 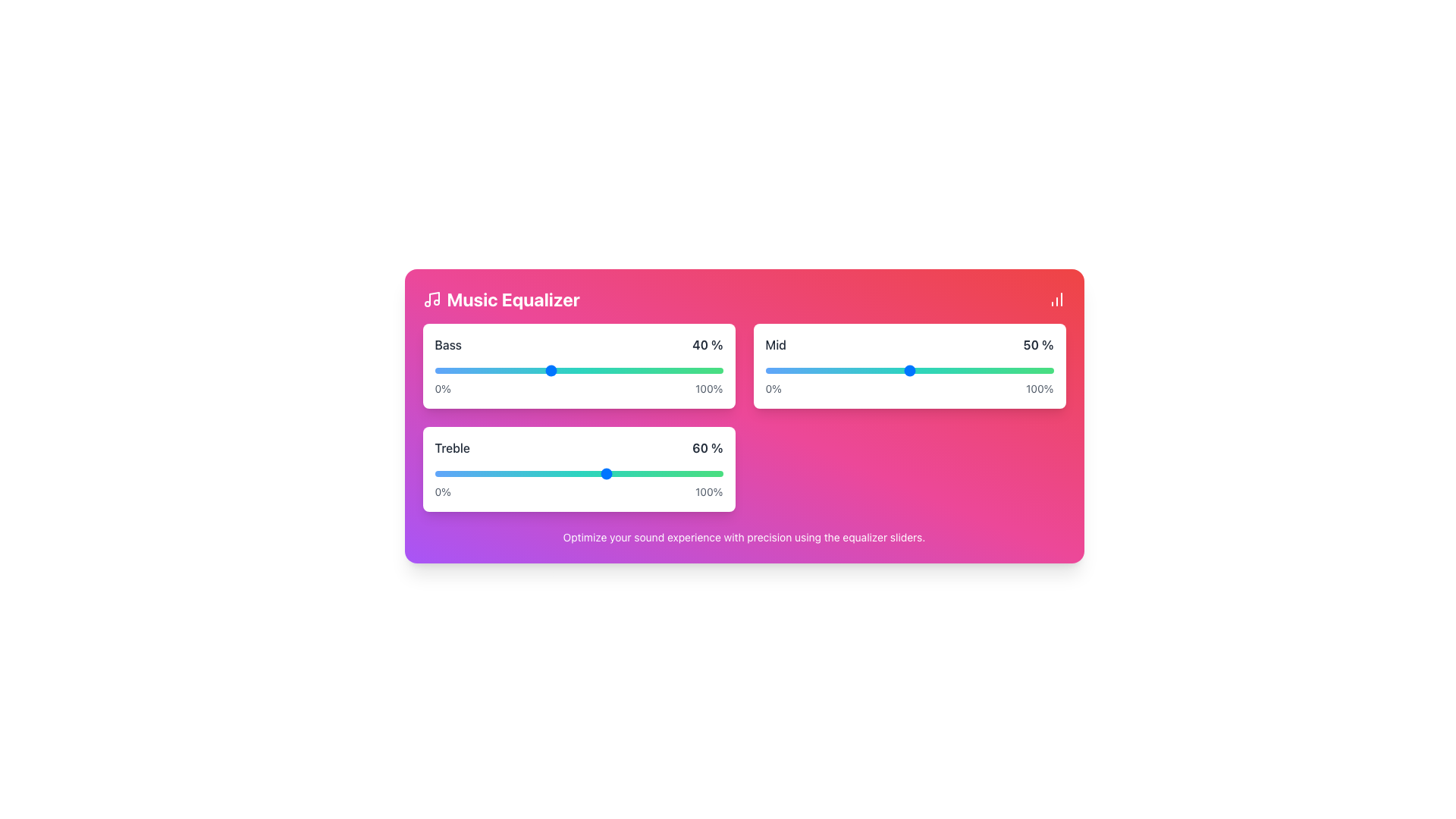 What do you see at coordinates (788, 371) in the screenshot?
I see `the mid-level equalizer` at bounding box center [788, 371].